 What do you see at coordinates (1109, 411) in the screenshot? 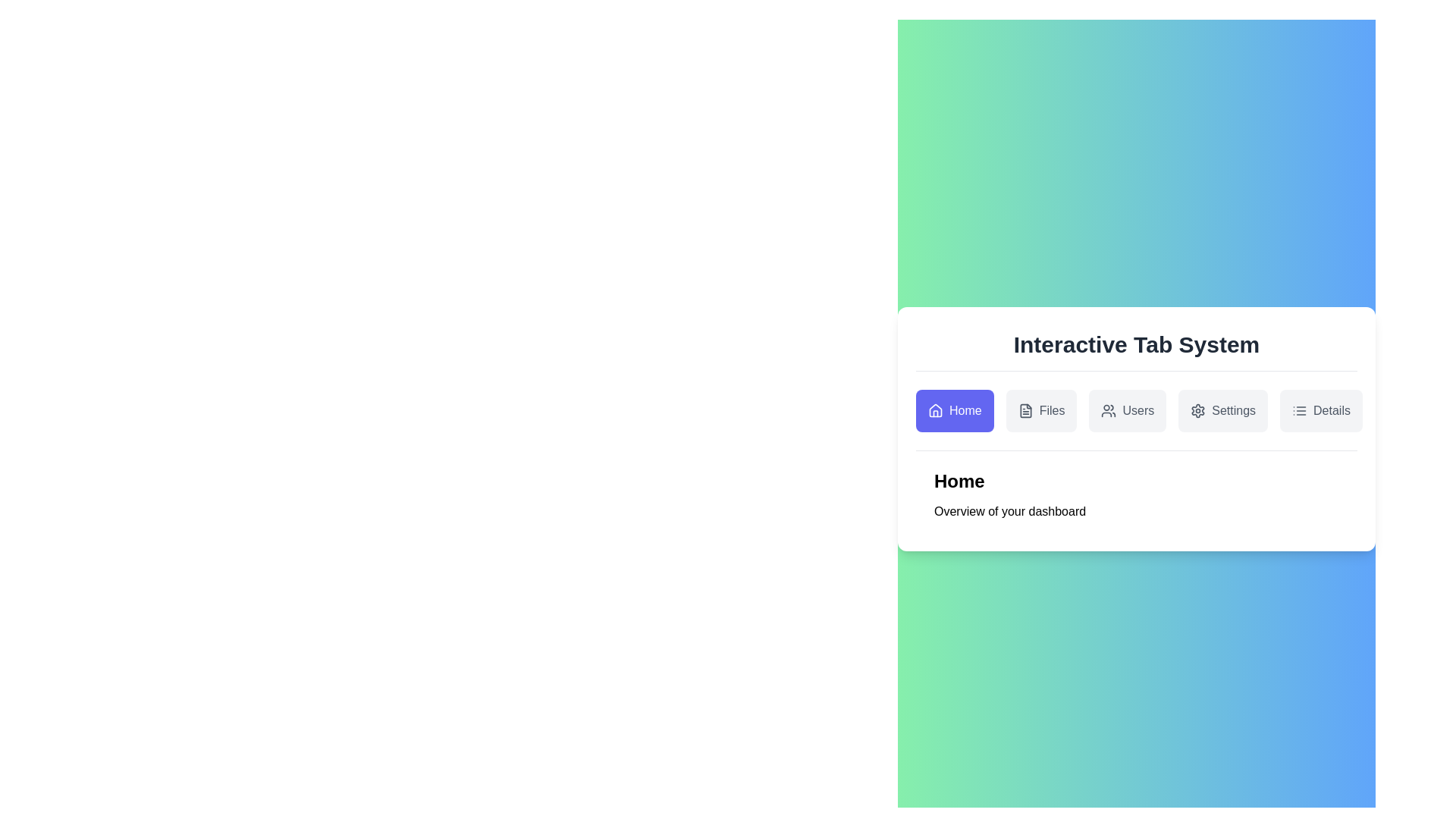
I see `the small SVG icon representing a pair of abstract user icons located on the 'Users' tab in the tab bar, positioned between the 'Files' and 'Settings' tabs` at bounding box center [1109, 411].